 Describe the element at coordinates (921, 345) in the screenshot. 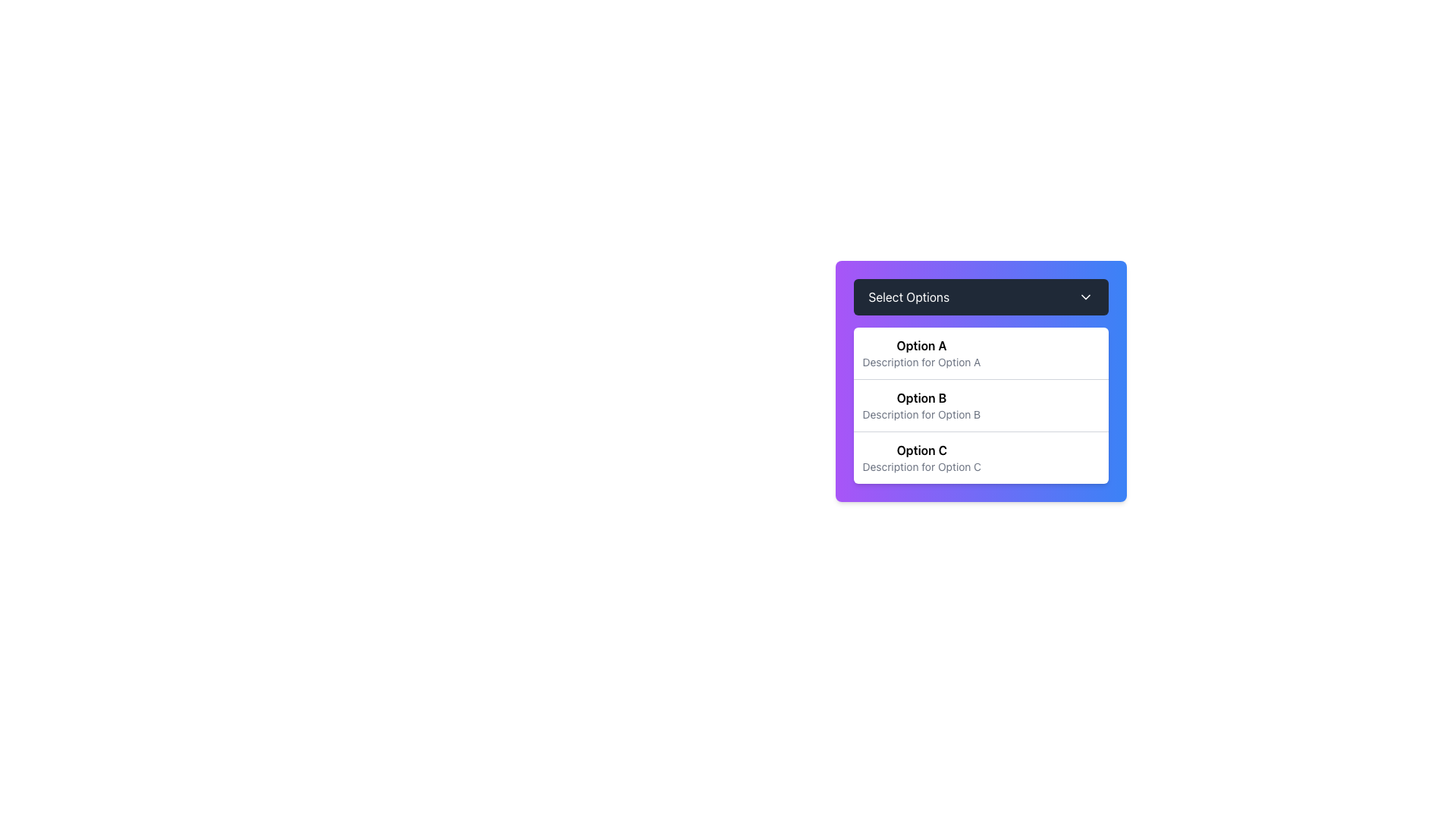

I see `the text label 'Option A' in the dropdown menu for potential additional interactions` at that location.